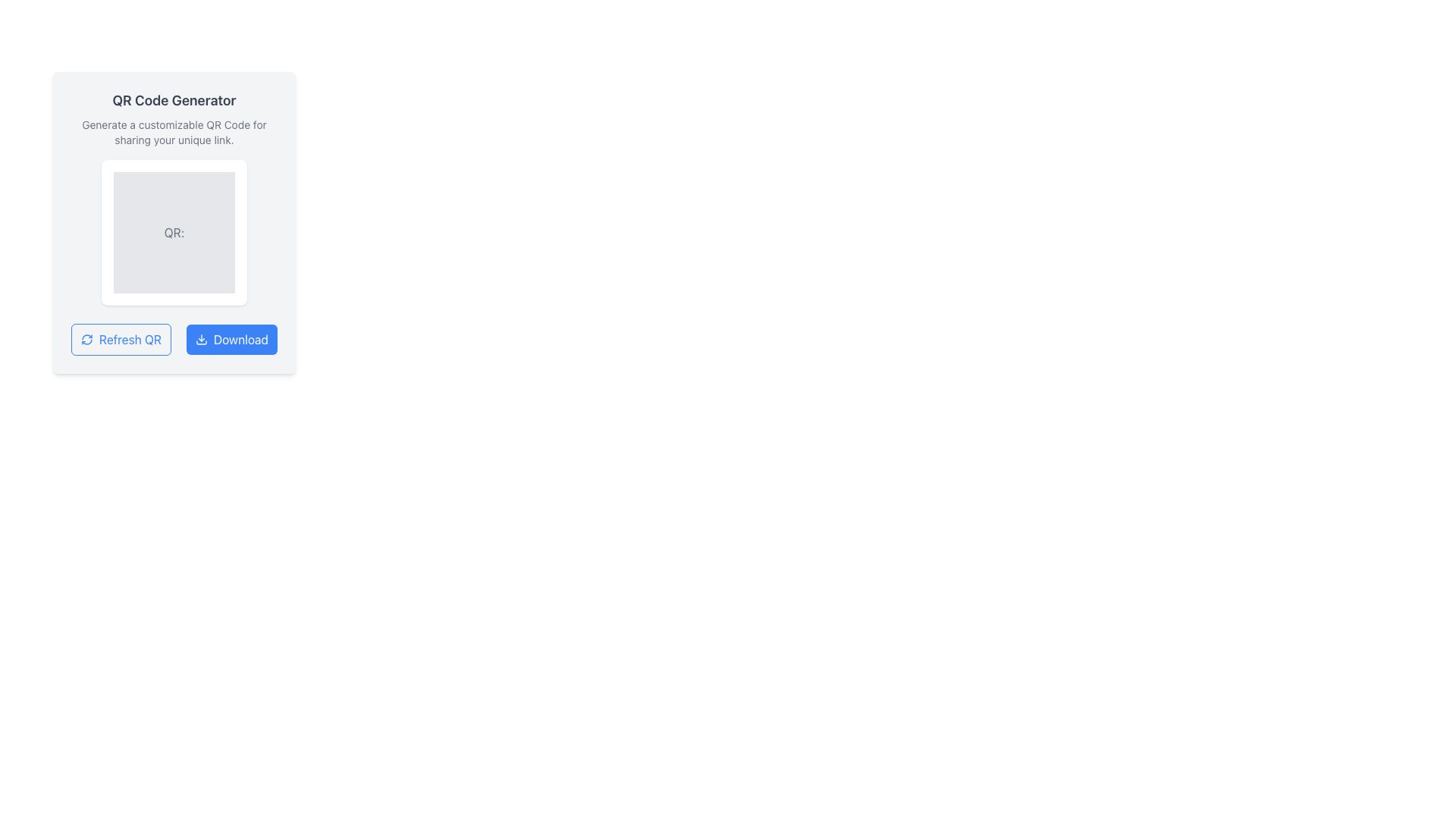 The image size is (1456, 819). I want to click on the blue rectangular button labeled 'Download' to apply hover styling, so click(231, 338).